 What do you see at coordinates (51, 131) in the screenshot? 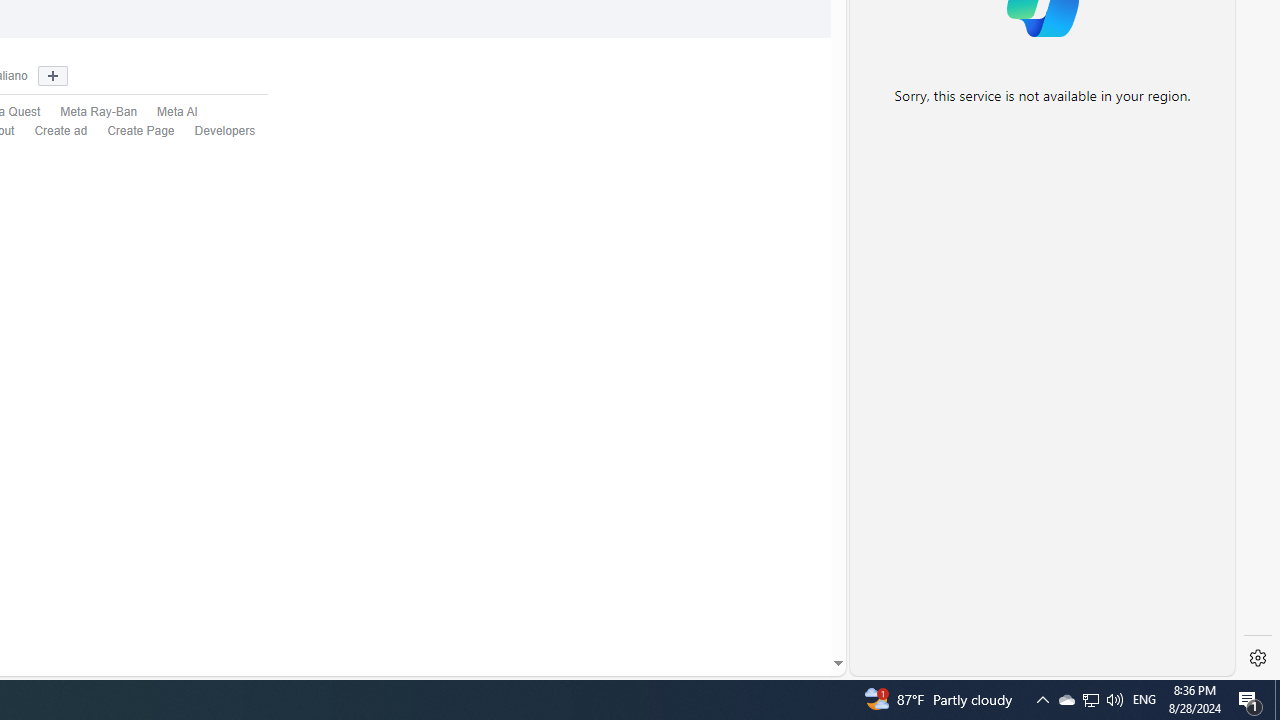
I see `'Create ad'` at bounding box center [51, 131].